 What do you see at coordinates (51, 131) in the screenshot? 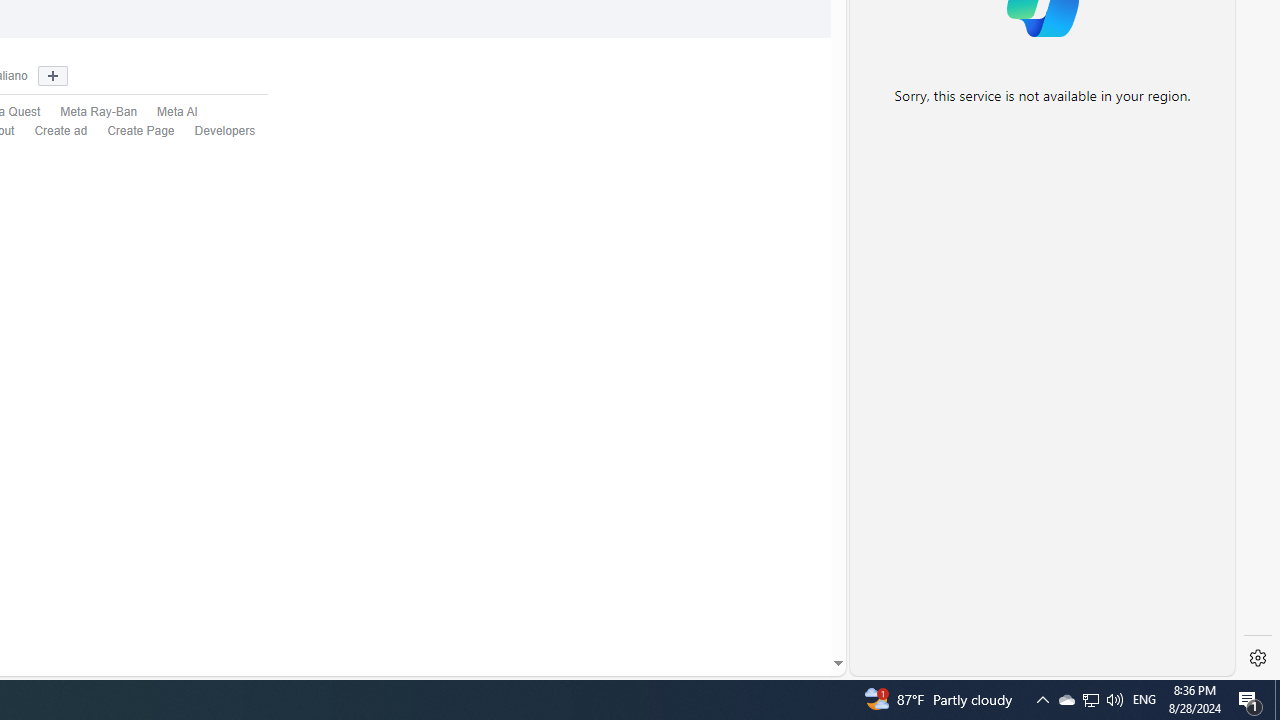
I see `'Create ad'` at bounding box center [51, 131].